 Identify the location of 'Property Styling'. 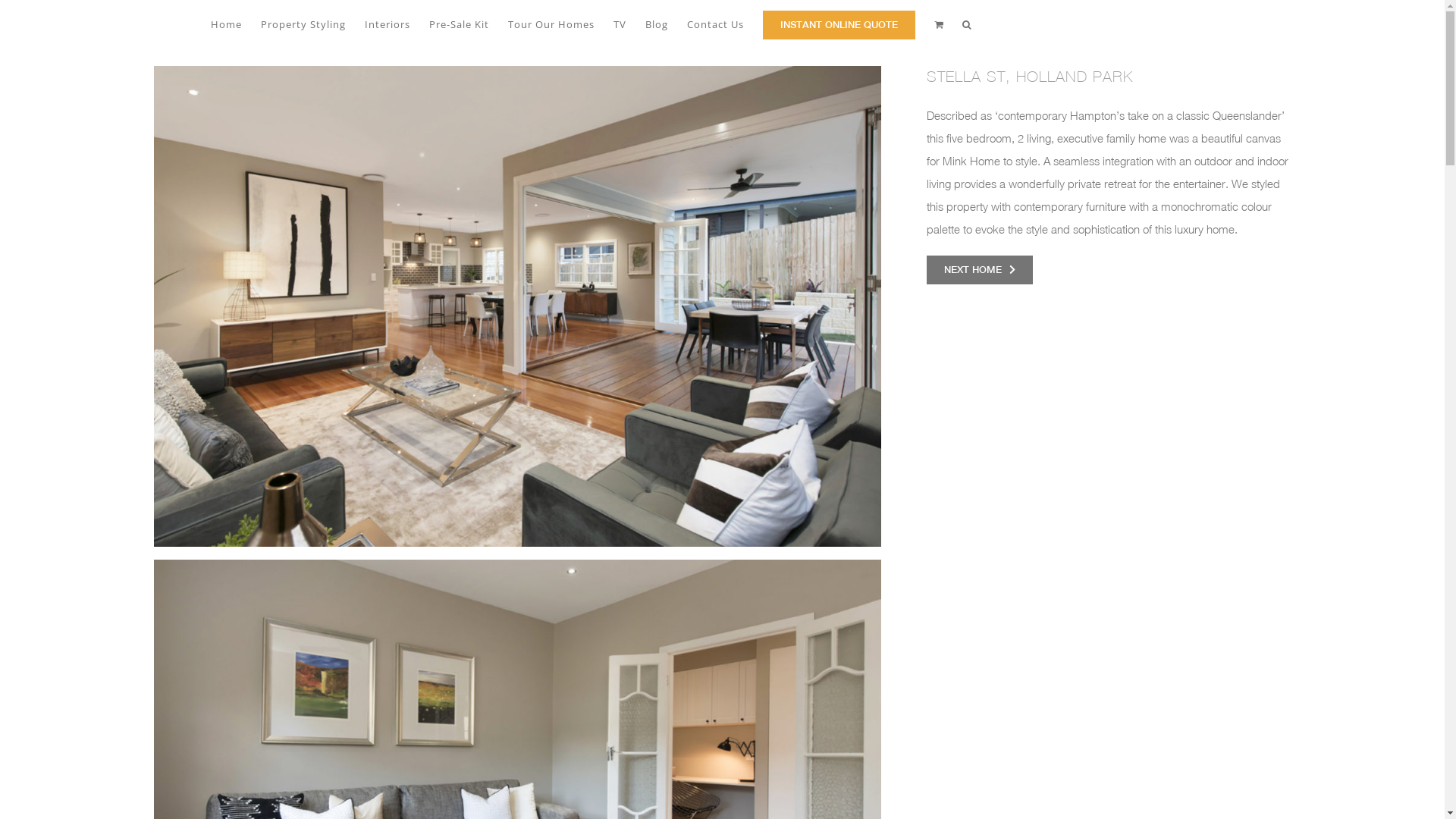
(303, 23).